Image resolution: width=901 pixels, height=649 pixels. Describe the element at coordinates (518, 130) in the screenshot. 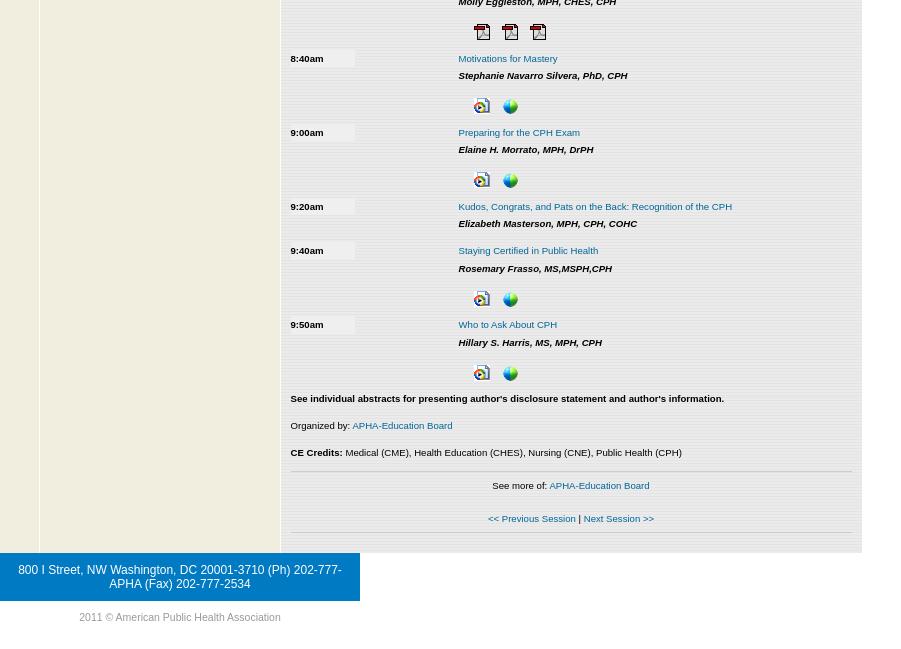

I see `'Preparing for the CPH Exam'` at that location.